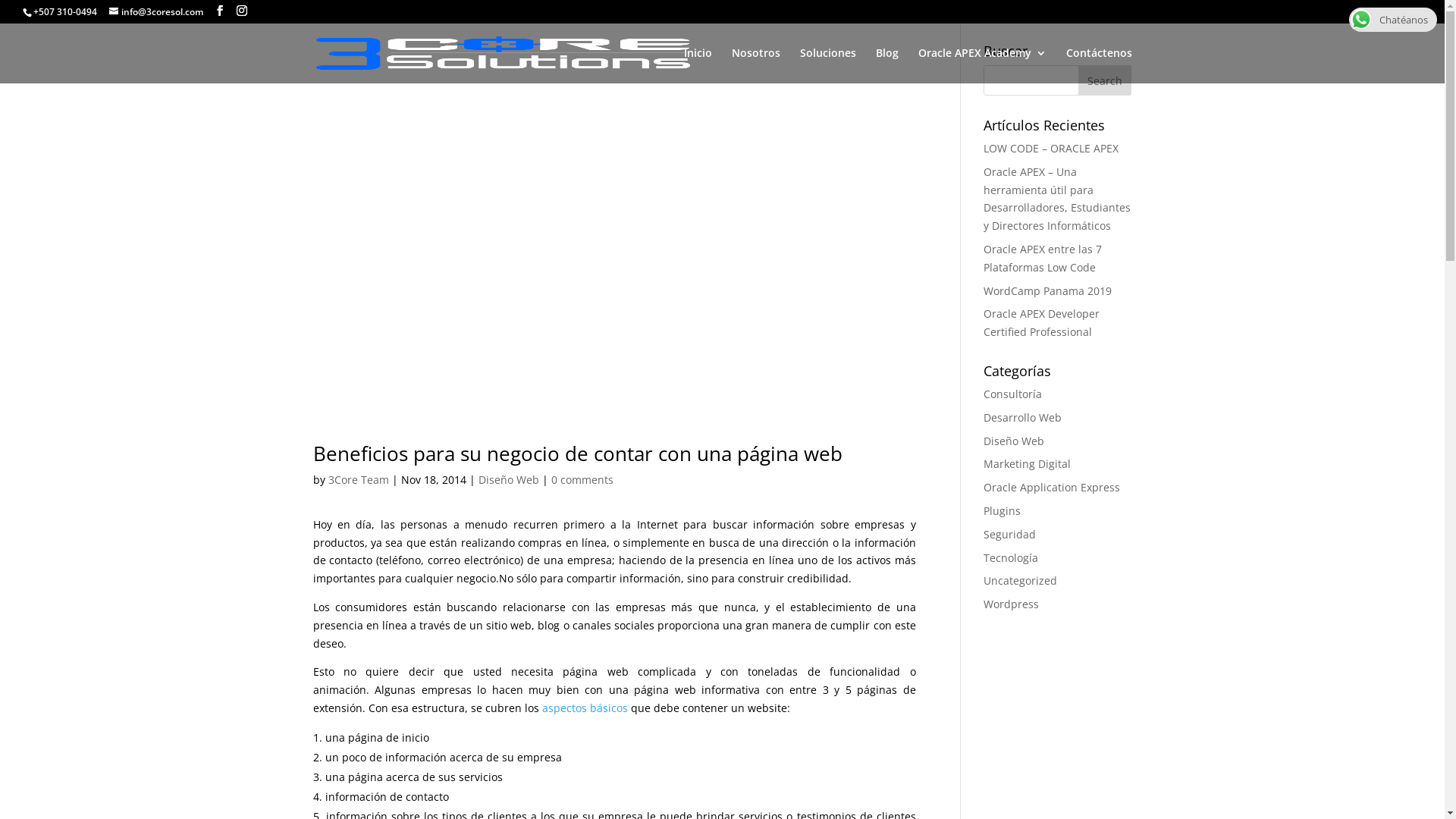 The image size is (1456, 819). What do you see at coordinates (1105, 80) in the screenshot?
I see `'Search'` at bounding box center [1105, 80].